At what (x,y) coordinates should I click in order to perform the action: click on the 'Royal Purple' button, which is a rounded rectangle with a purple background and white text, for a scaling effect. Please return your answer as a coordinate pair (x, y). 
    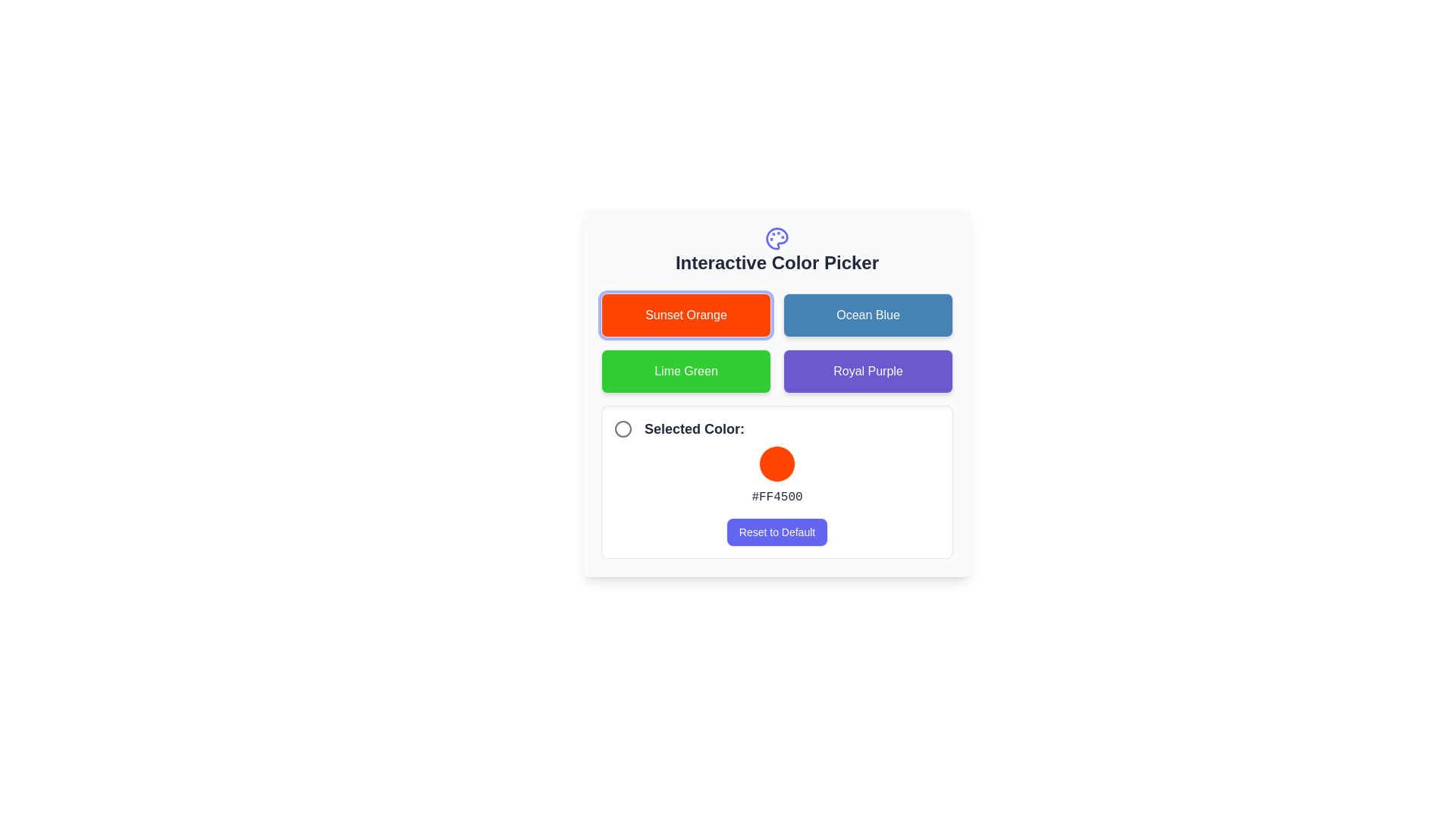
    Looking at the image, I should click on (868, 371).